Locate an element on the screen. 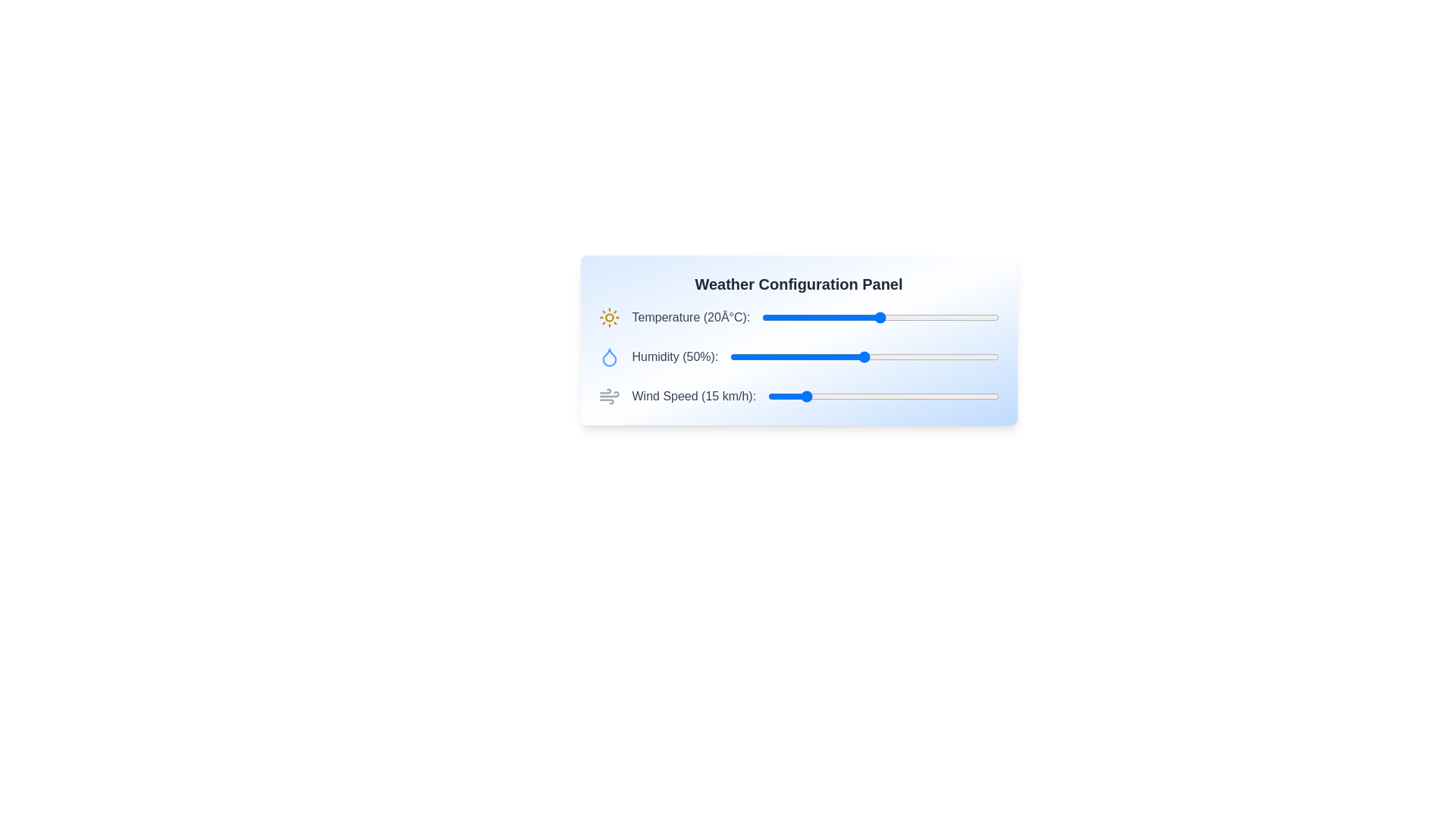 This screenshot has height=819, width=1456. the humidity slider to 53% is located at coordinates (873, 356).